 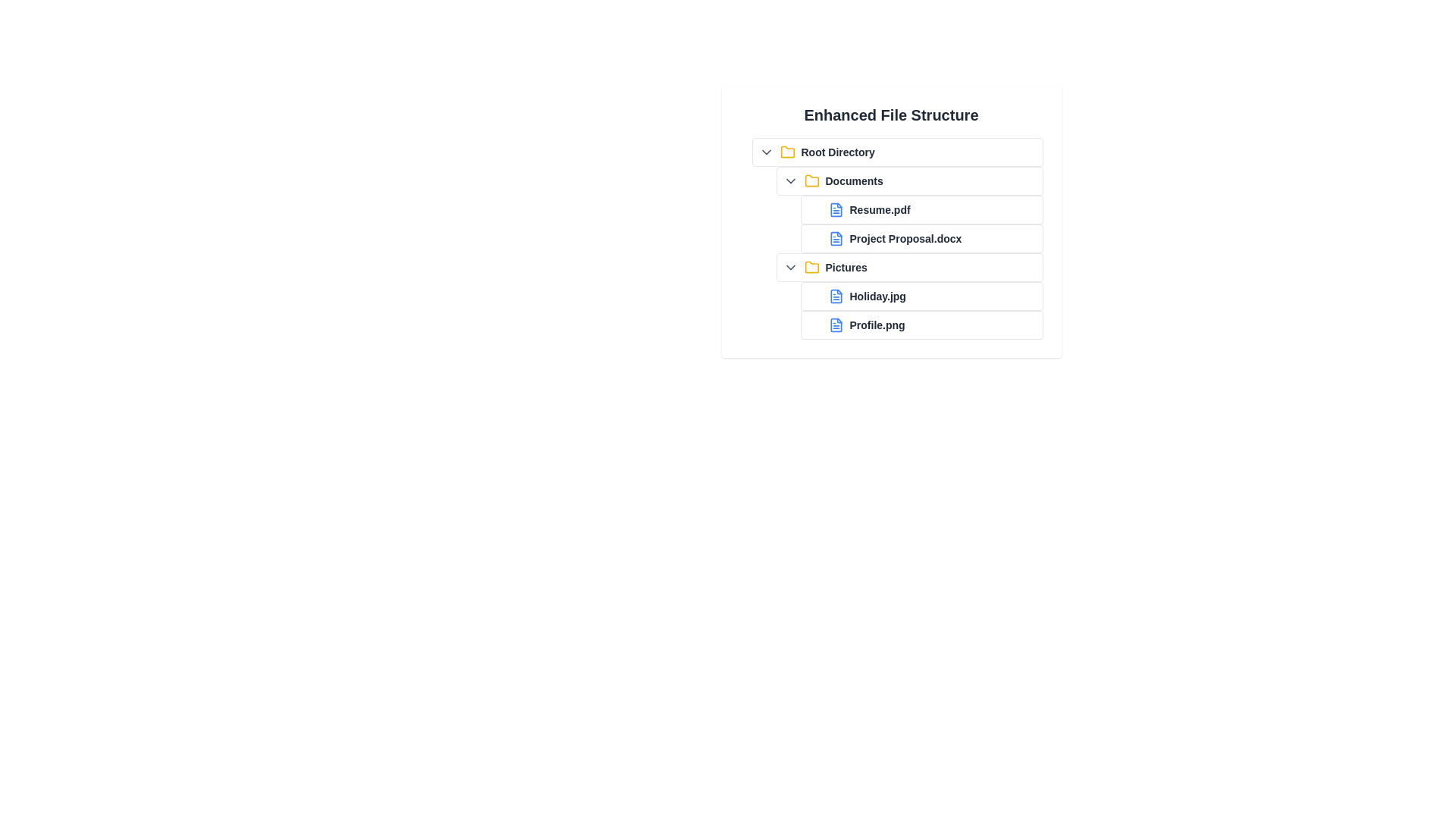 What do you see at coordinates (877, 324) in the screenshot?
I see `the text label indicating the file 'Profile.png', located to the right of the blue file icon in the 'Pictures' folder` at bounding box center [877, 324].